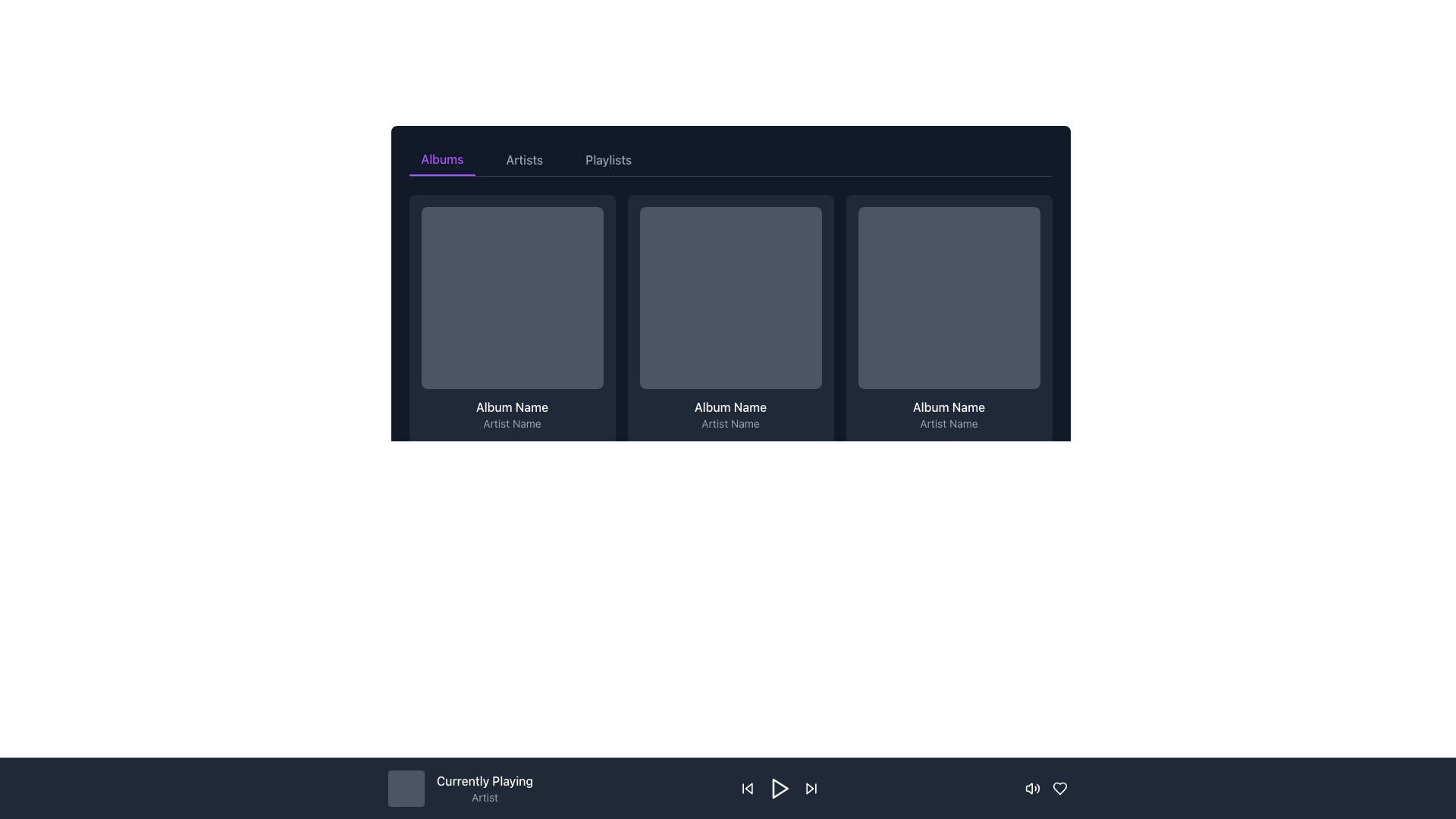 Image resolution: width=1456 pixels, height=819 pixels. What do you see at coordinates (608, 160) in the screenshot?
I see `the 'Playlists' tab button in the top center of the interface to change its appearance` at bounding box center [608, 160].